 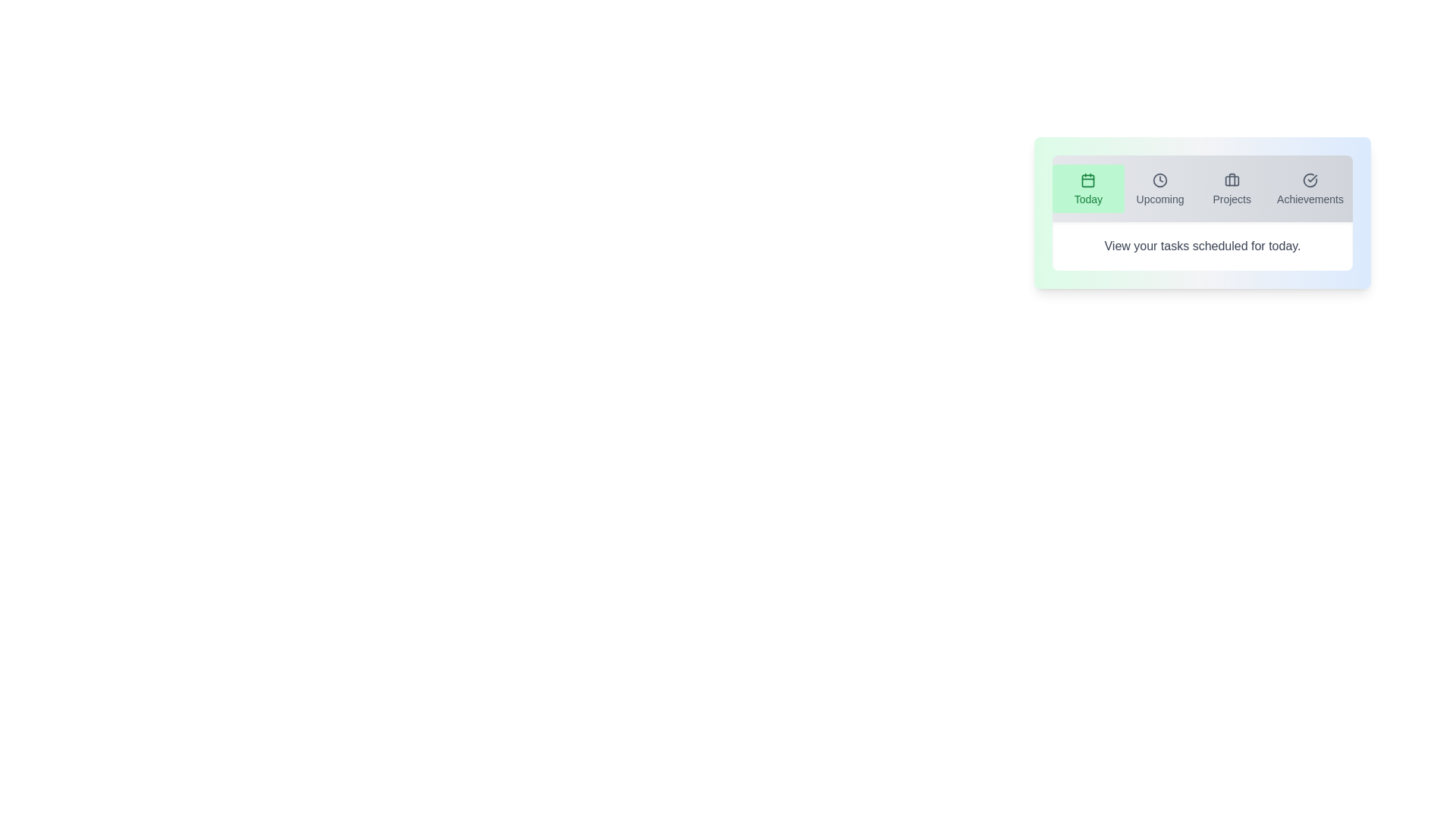 I want to click on the tab labeled Achievements, so click(x=1310, y=188).